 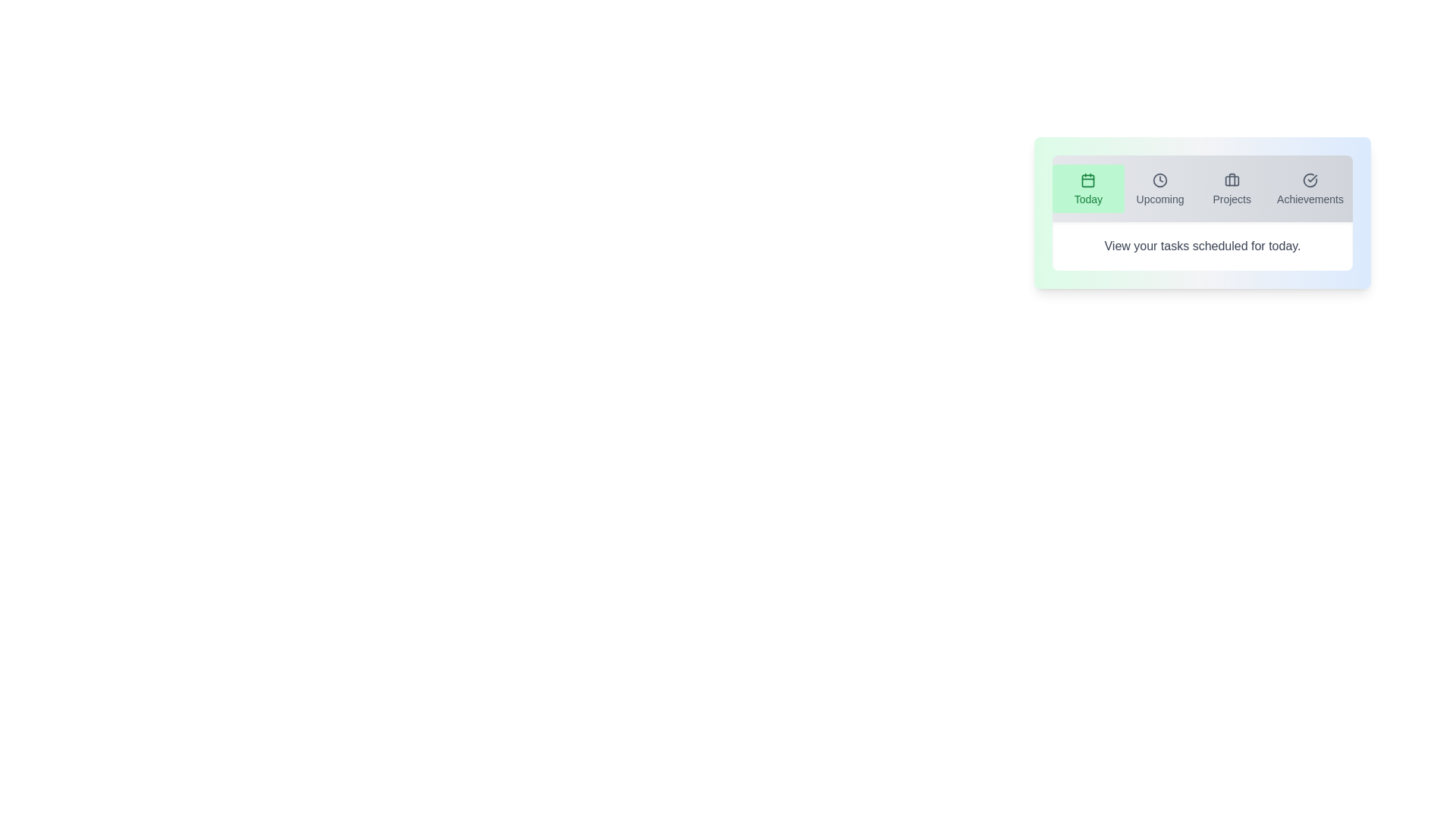 I want to click on the tab labeled Achievements, so click(x=1310, y=188).